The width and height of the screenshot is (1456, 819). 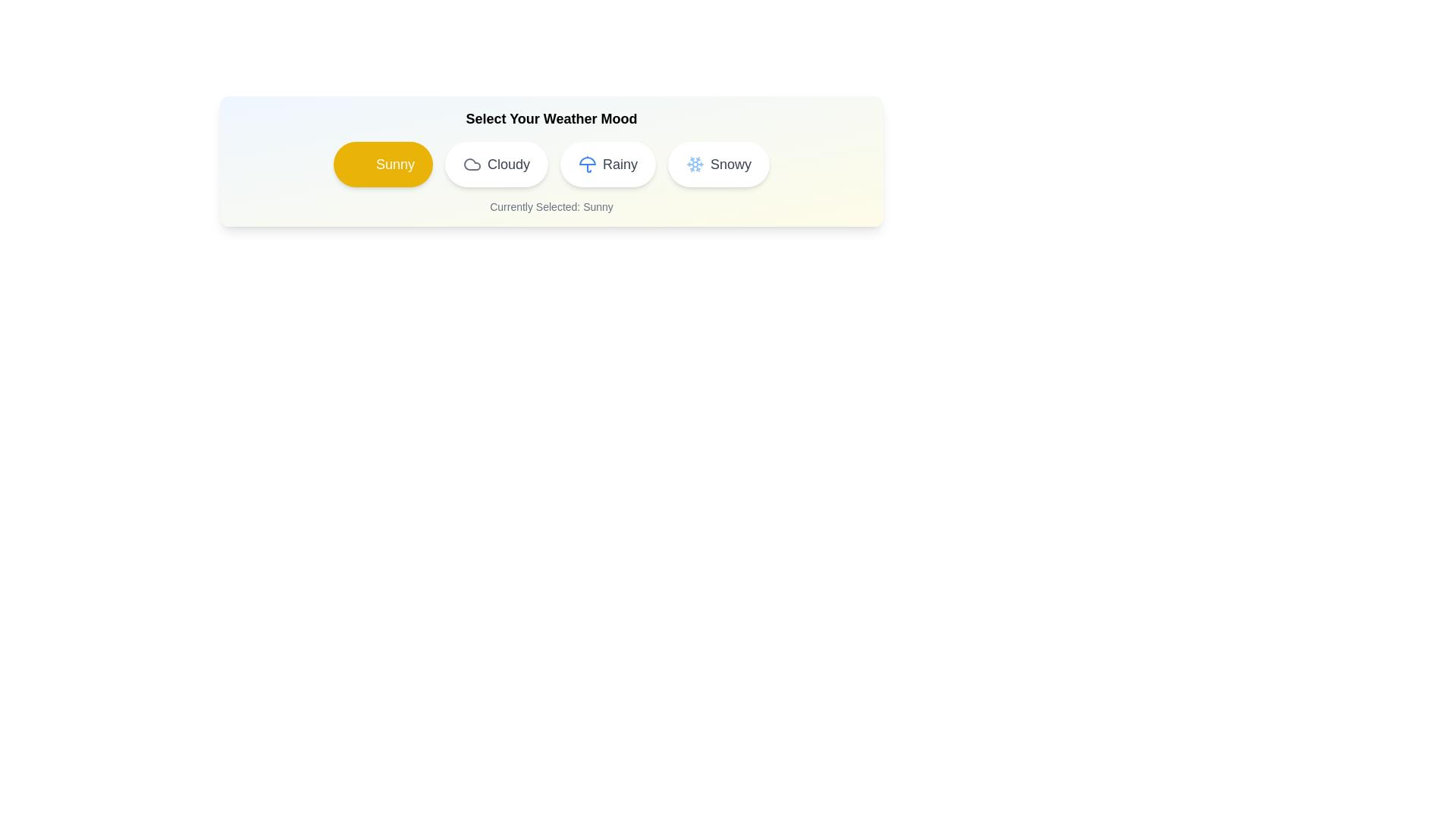 I want to click on the weather option Sunny by clicking on its chip, so click(x=382, y=164).